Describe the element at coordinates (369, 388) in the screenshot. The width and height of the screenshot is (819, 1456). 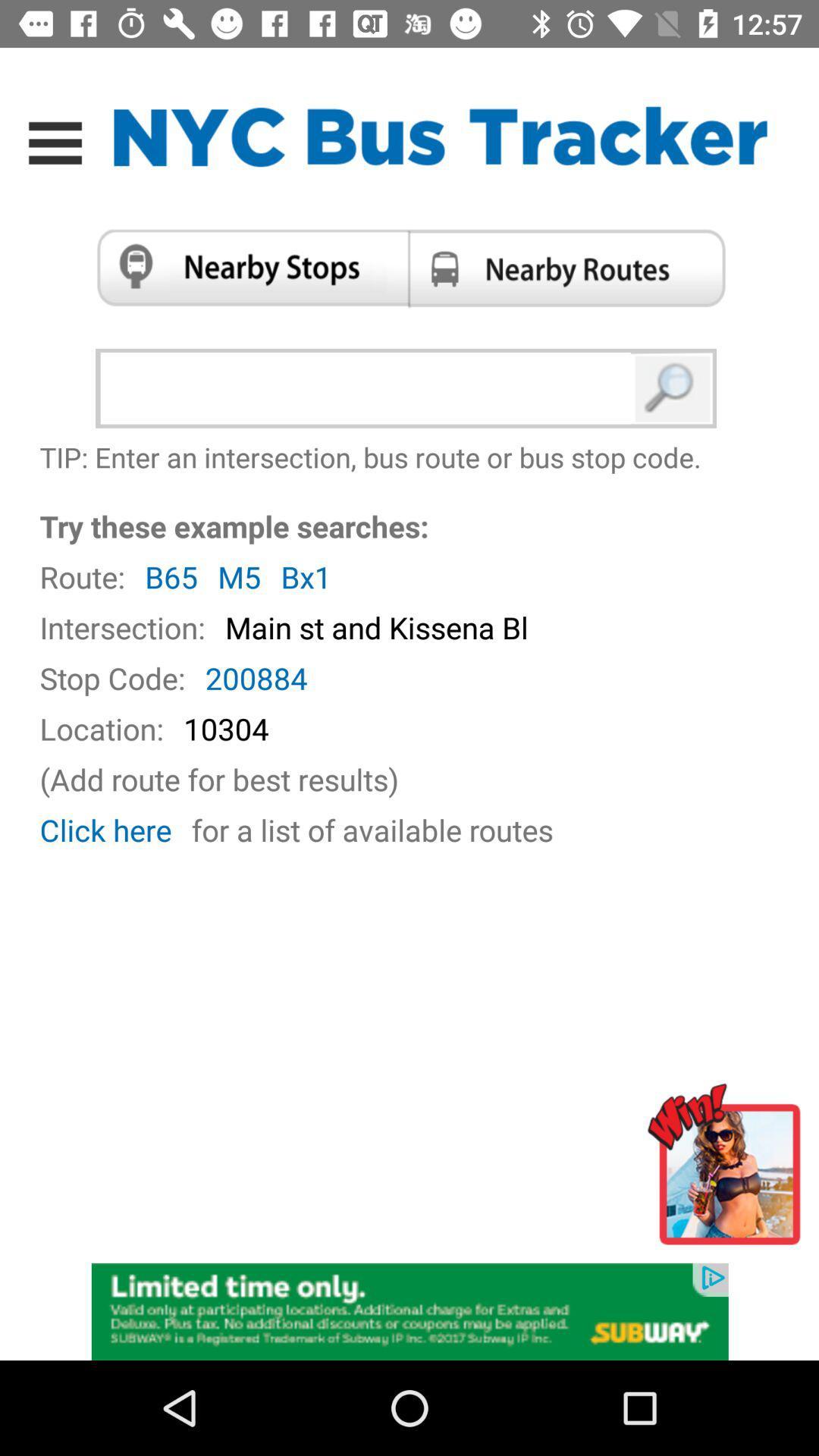
I see `search bar` at that location.